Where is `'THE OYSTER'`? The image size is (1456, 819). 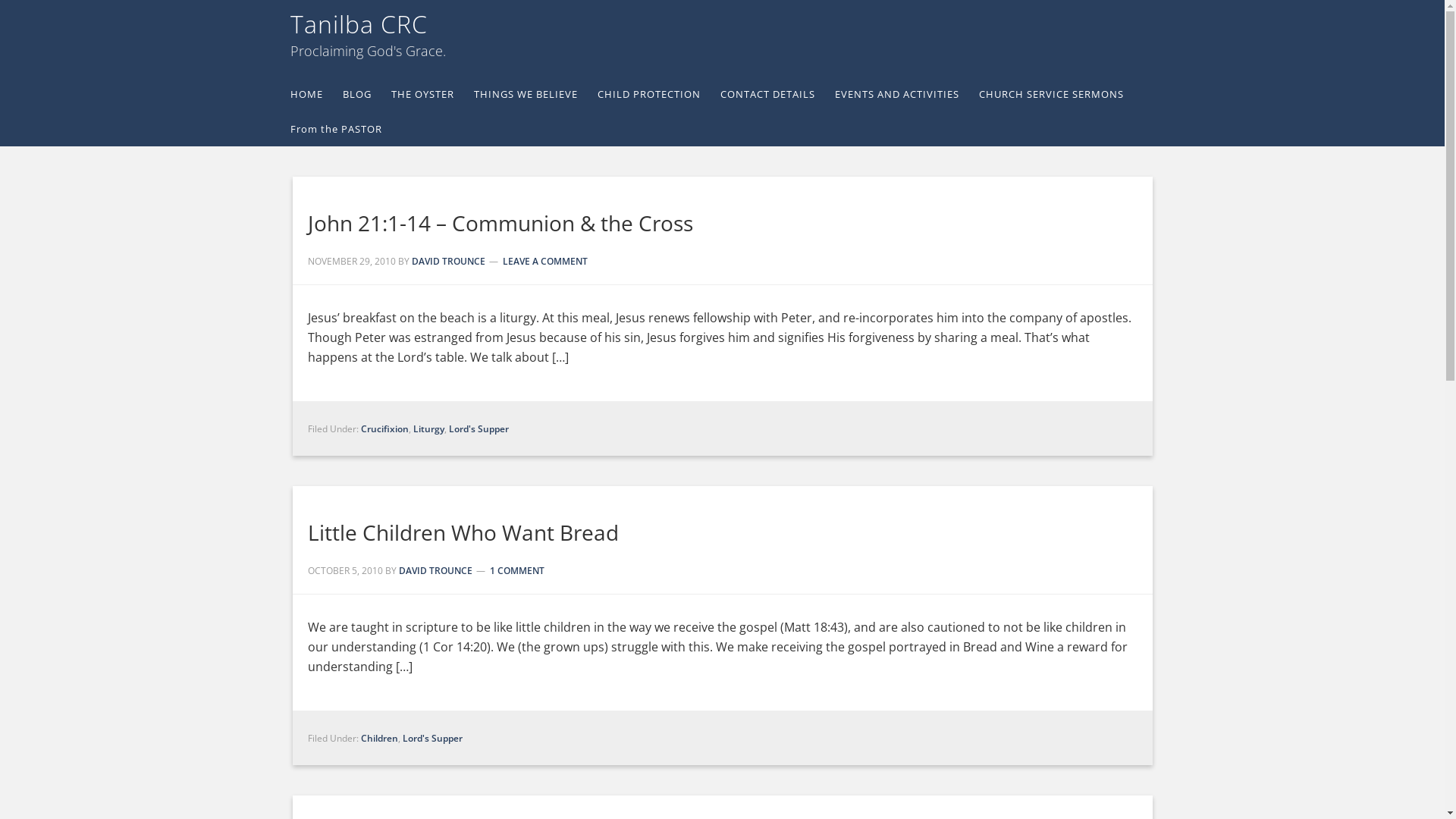 'THE OYSTER' is located at coordinates (431, 94).